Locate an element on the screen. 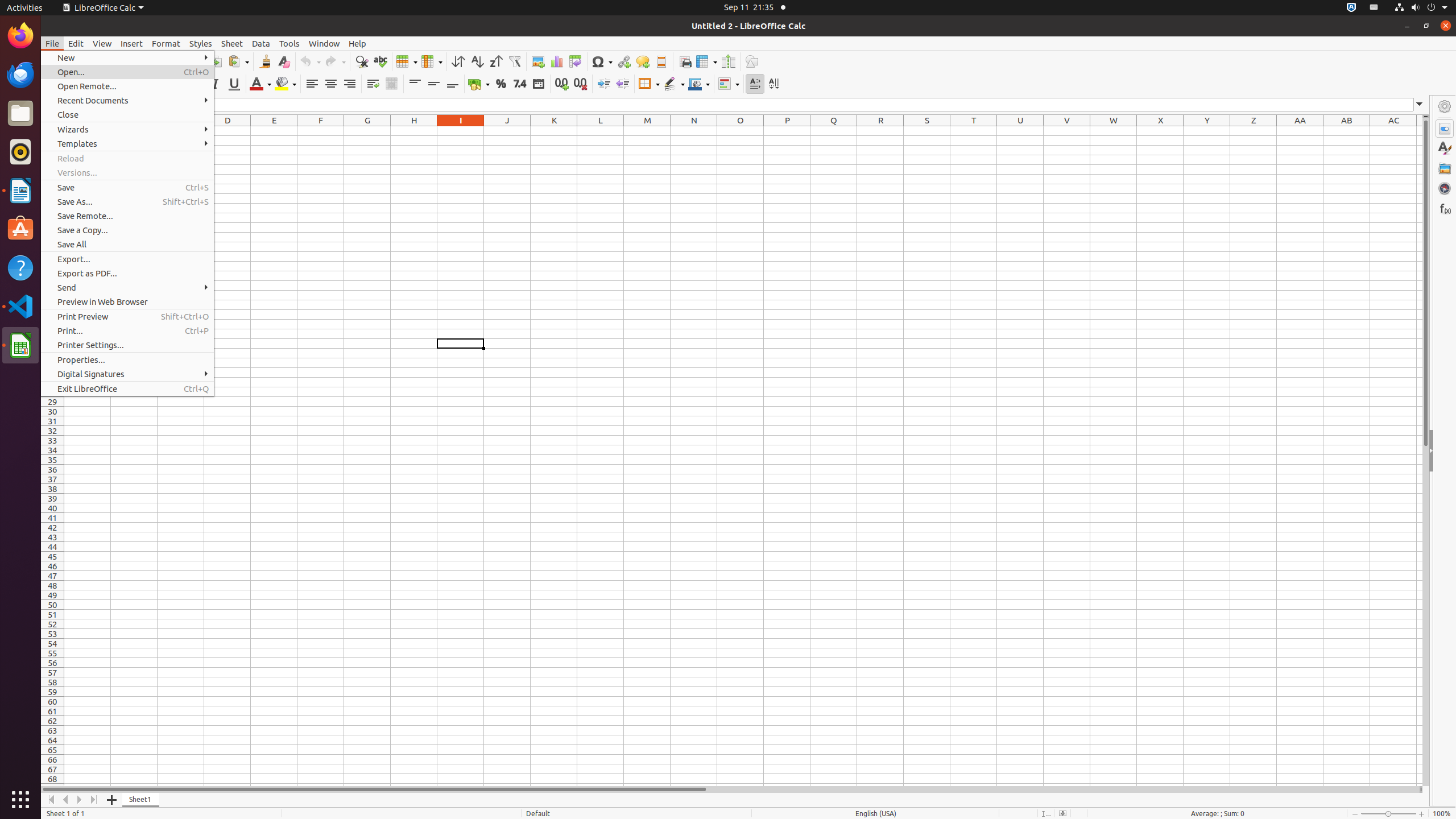 The height and width of the screenshot is (819, 1456). 'Save All' is located at coordinates (127, 243).